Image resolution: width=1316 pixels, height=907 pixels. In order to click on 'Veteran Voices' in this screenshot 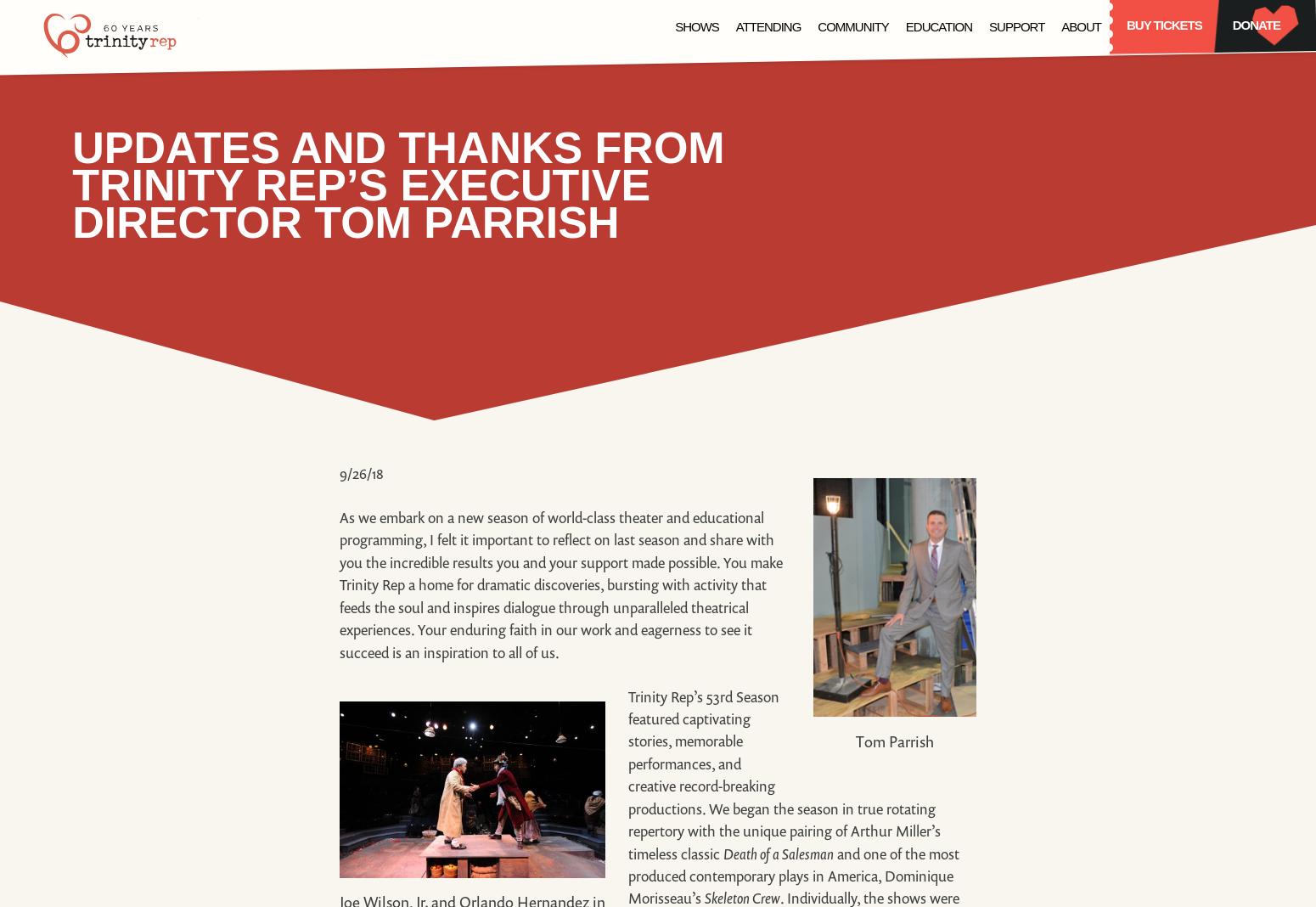, I will do `click(772, 128)`.